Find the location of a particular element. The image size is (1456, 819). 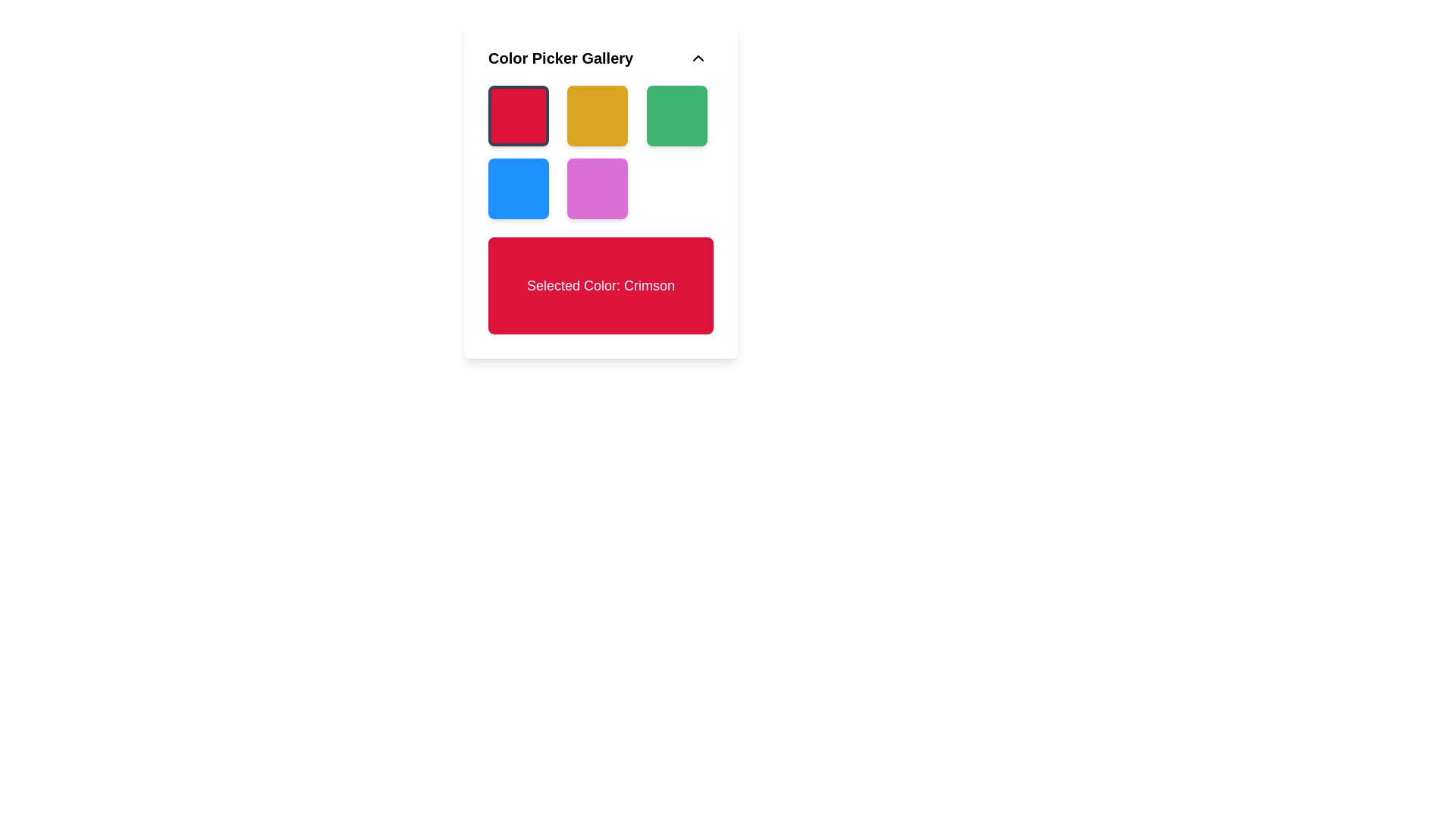

the green square button with rounded corners, which is the third item in the first row of a 3x2 grid layout is located at coordinates (676, 115).